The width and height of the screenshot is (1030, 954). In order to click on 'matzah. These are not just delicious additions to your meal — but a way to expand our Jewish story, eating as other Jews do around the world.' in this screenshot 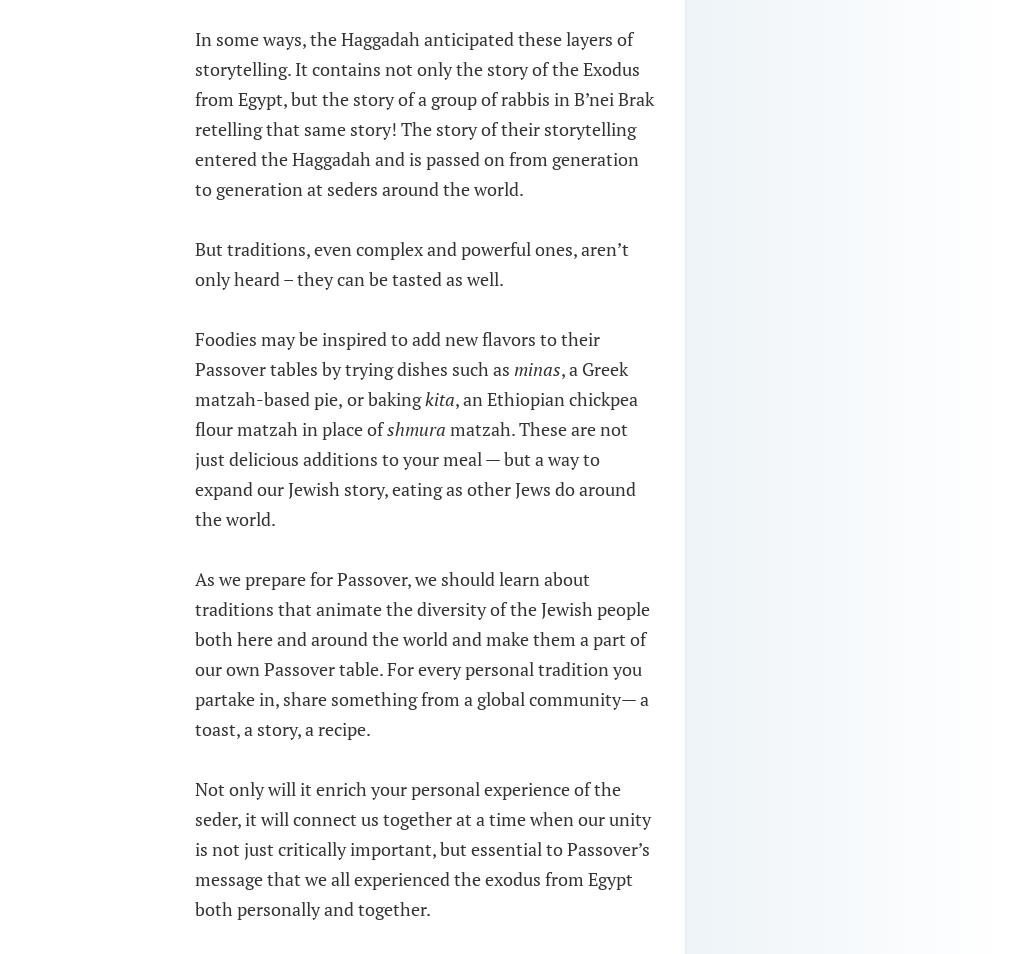, I will do `click(415, 474)`.